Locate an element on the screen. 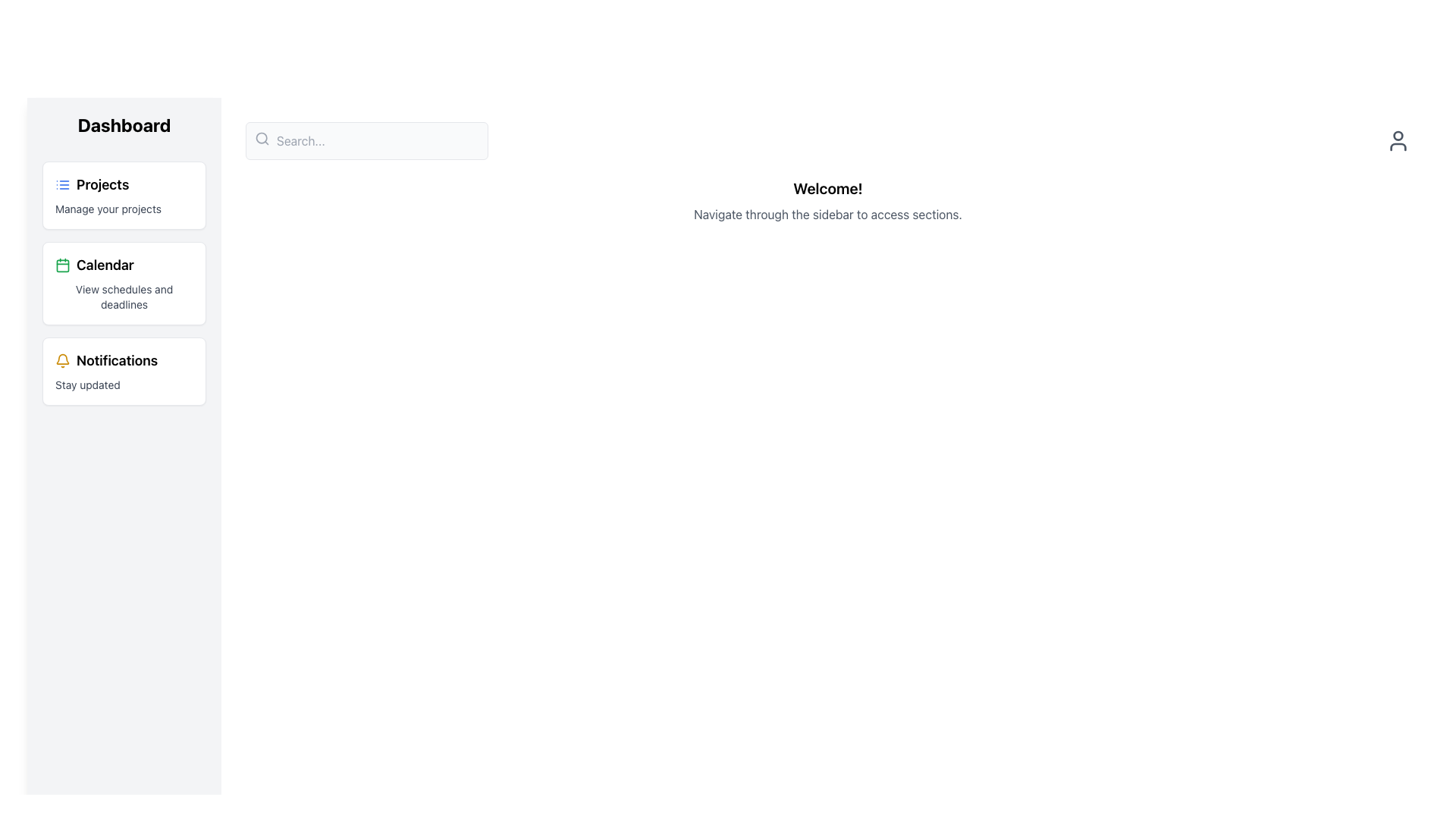  the notification settings card located in the sidebar beneath 'Projects' and 'Calendar' is located at coordinates (124, 371).